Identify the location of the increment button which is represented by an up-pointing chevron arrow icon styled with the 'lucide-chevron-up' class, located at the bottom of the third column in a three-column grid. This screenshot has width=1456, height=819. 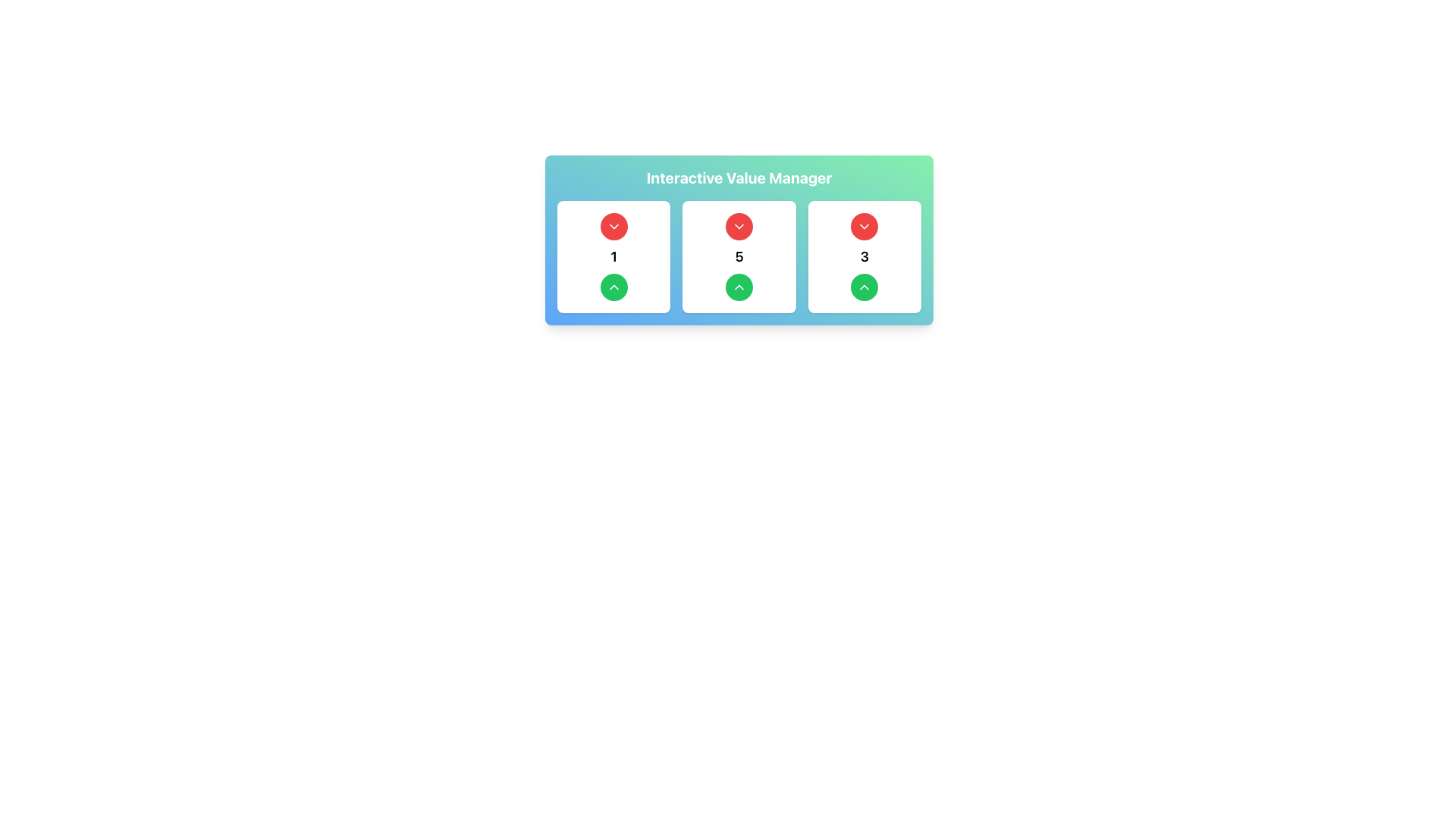
(864, 287).